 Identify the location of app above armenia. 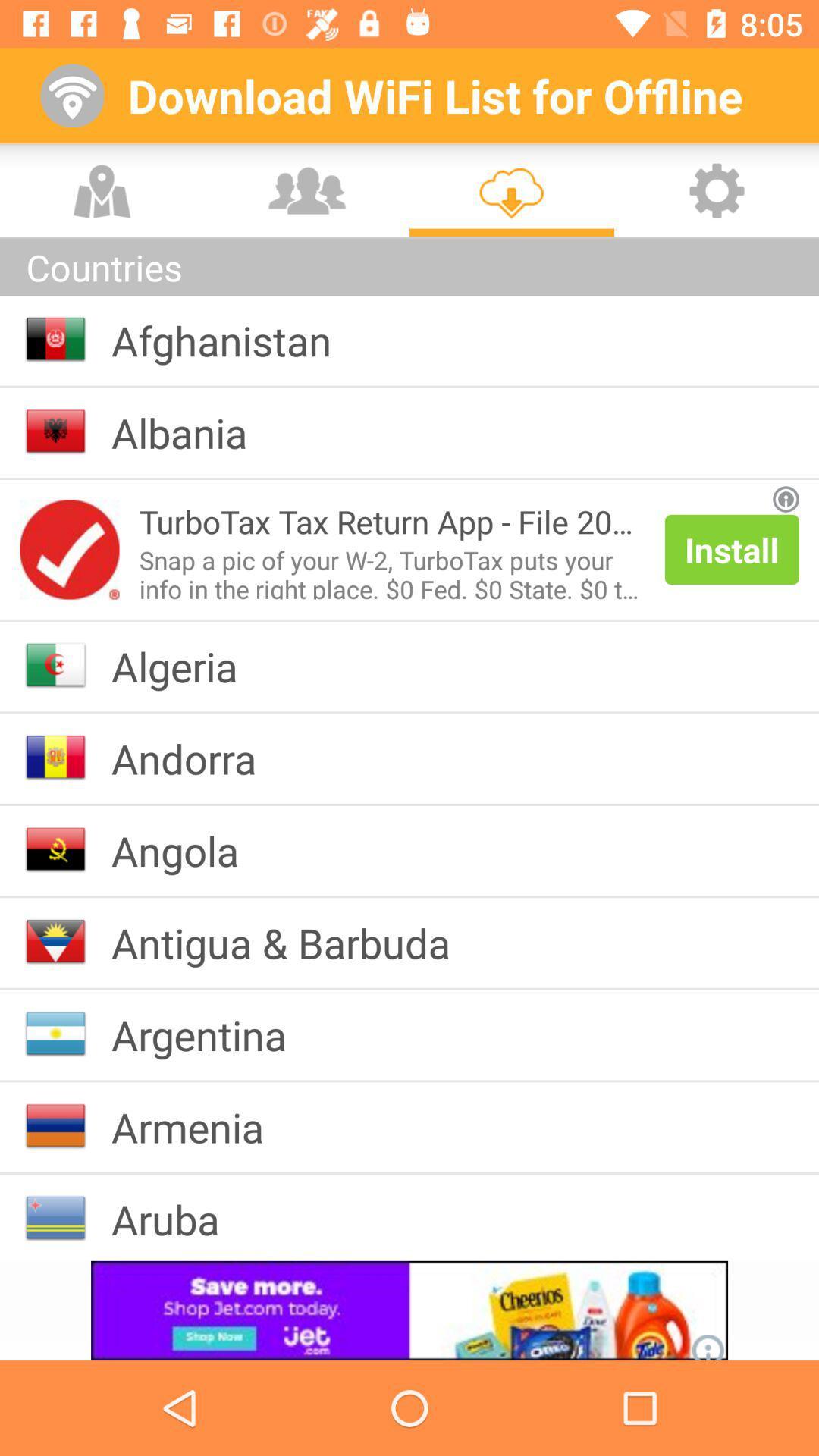
(211, 1034).